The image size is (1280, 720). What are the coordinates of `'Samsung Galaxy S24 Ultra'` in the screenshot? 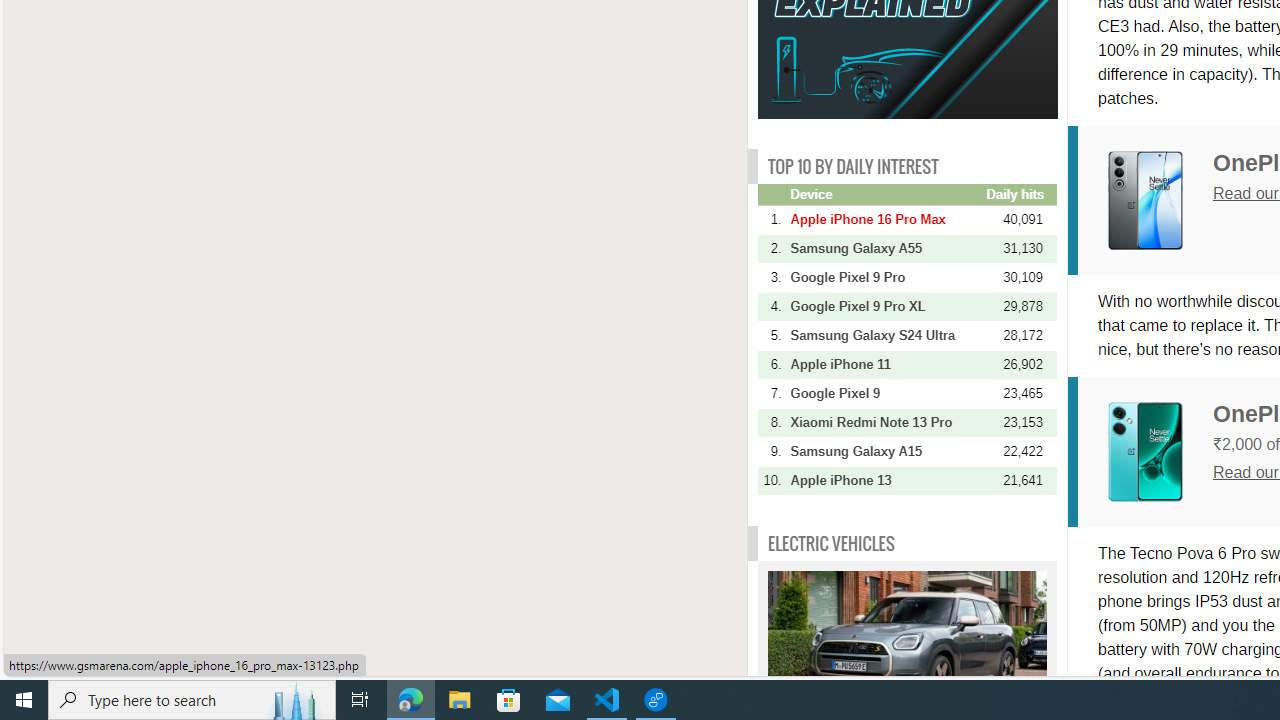 It's located at (885, 334).